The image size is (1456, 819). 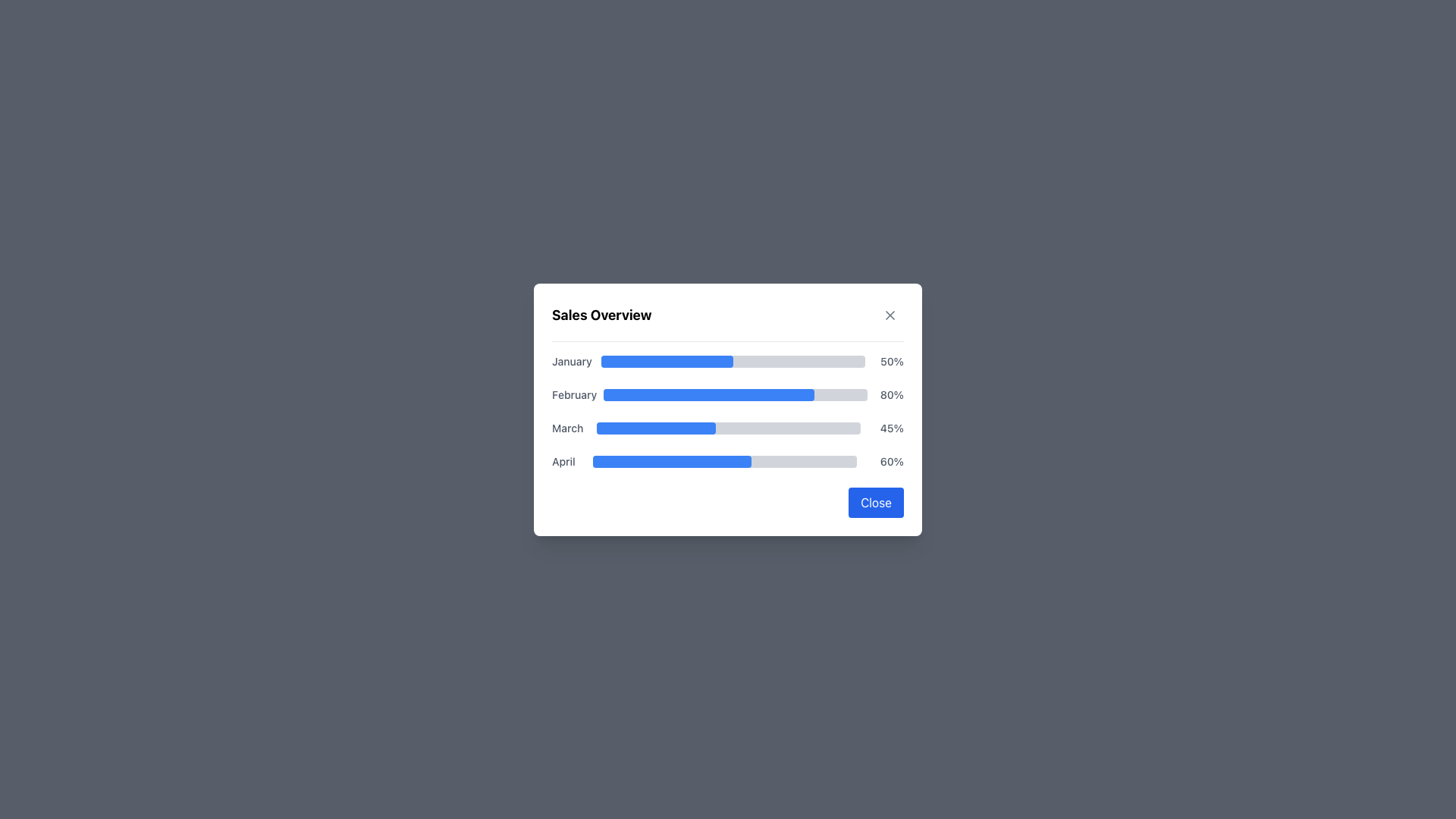 What do you see at coordinates (671, 460) in the screenshot?
I see `the Progress Bar styled with a blue fill under the label 'April' in a list of progress bars` at bounding box center [671, 460].